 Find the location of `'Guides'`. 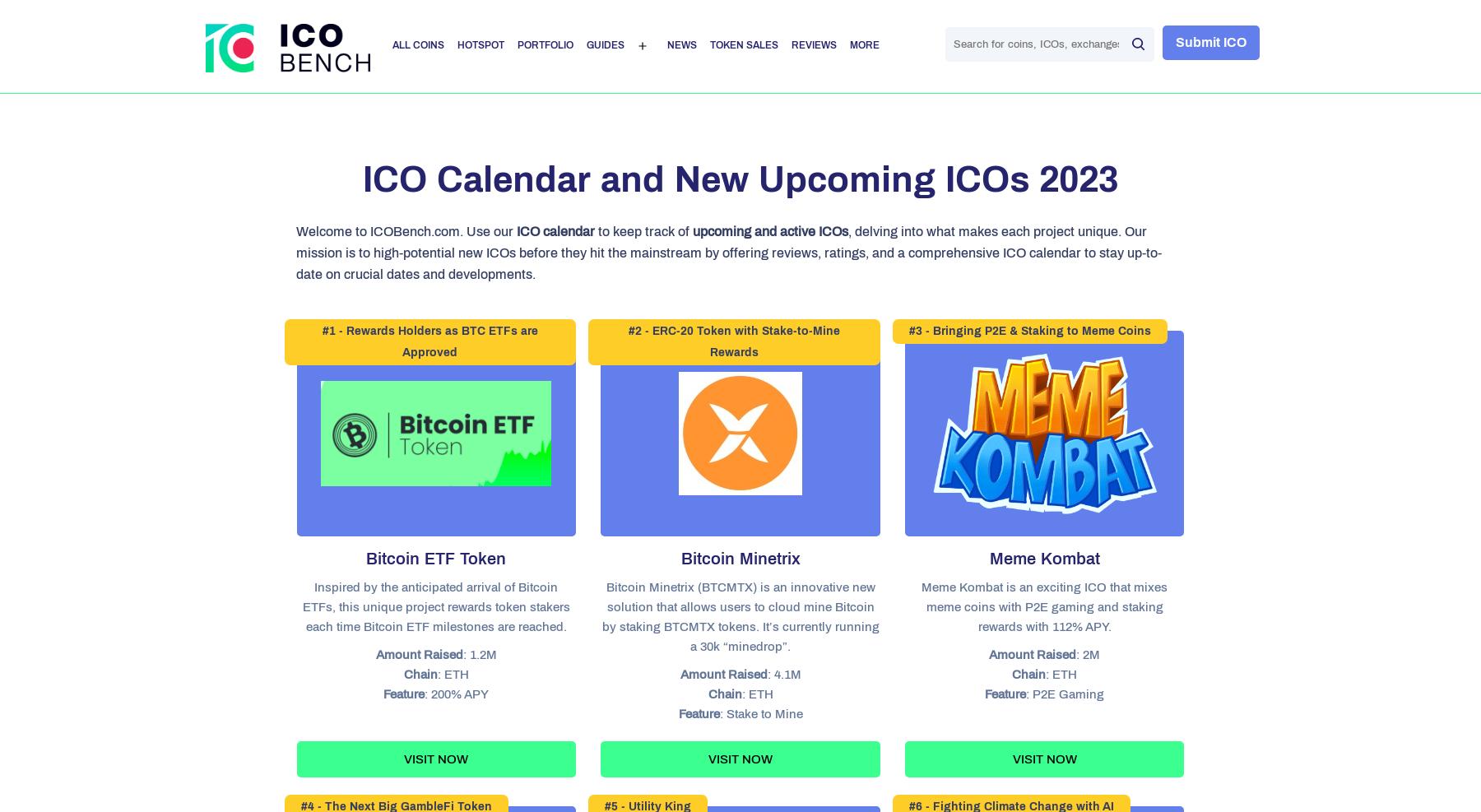

'Guides' is located at coordinates (603, 44).